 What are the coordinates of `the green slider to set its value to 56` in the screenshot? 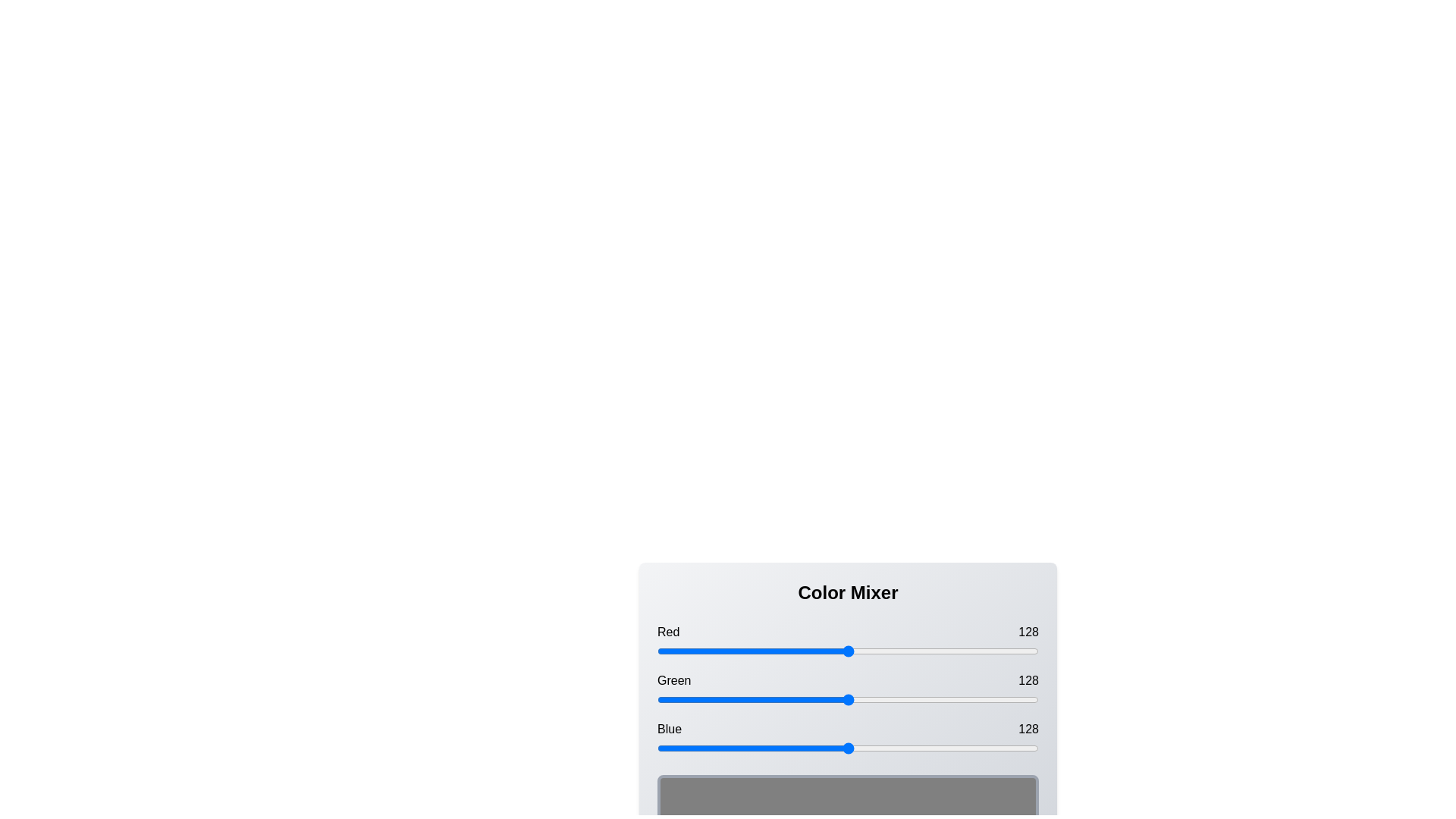 It's located at (741, 699).